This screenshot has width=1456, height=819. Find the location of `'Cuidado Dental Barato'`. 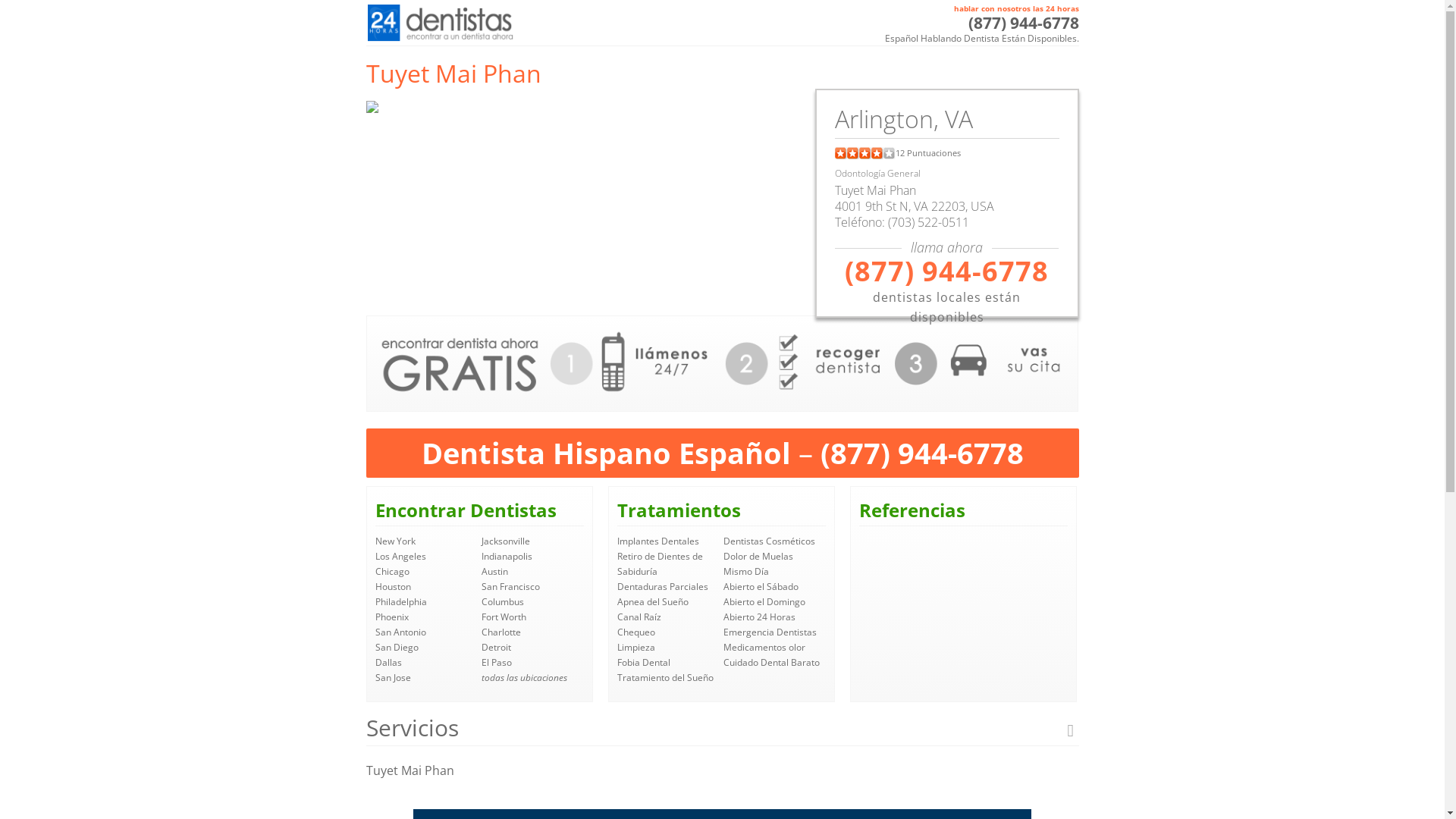

'Cuidado Dental Barato' is located at coordinates (771, 661).